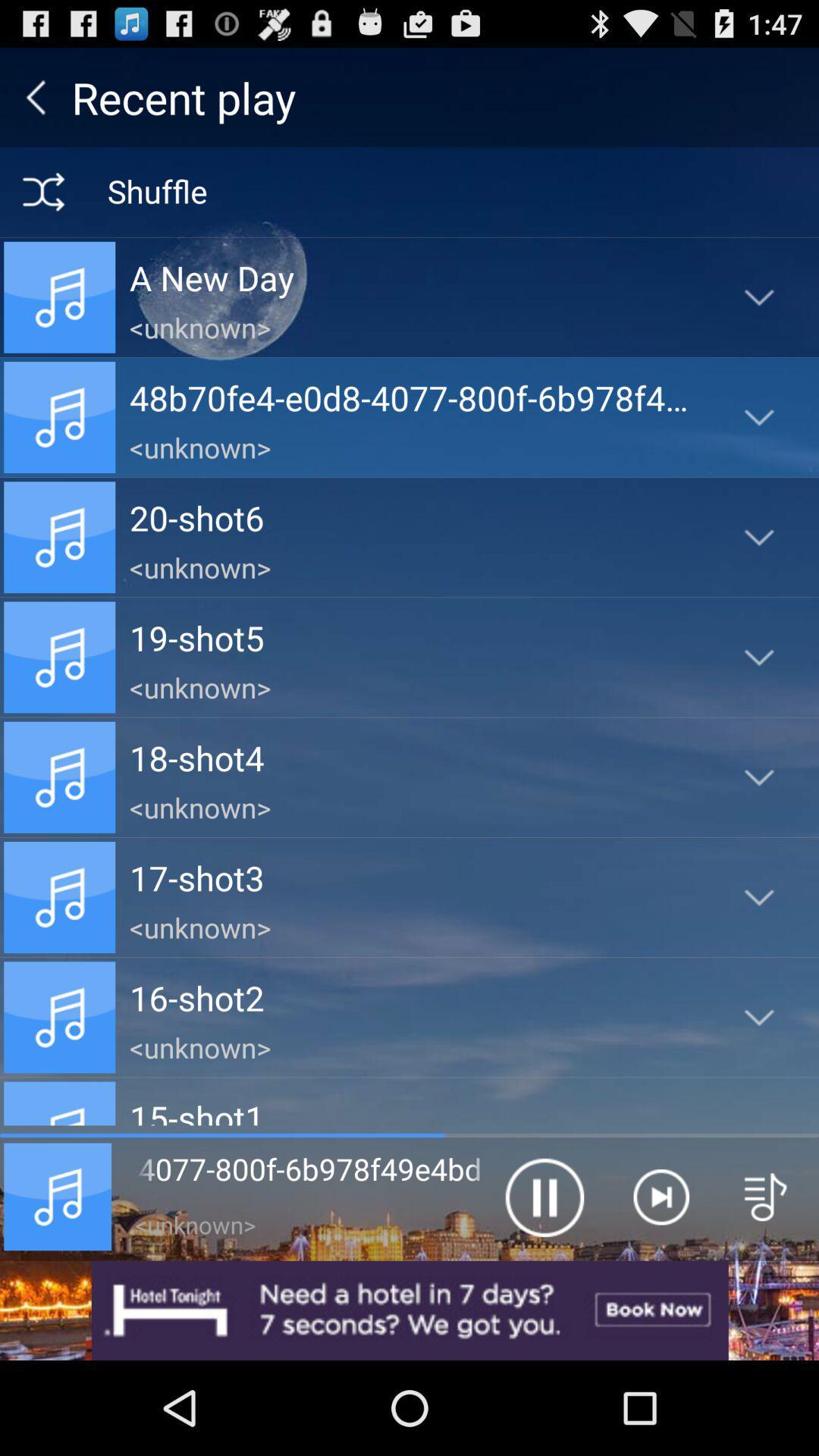 The width and height of the screenshot is (819, 1456). What do you see at coordinates (766, 1280) in the screenshot?
I see `the playlist icon` at bounding box center [766, 1280].